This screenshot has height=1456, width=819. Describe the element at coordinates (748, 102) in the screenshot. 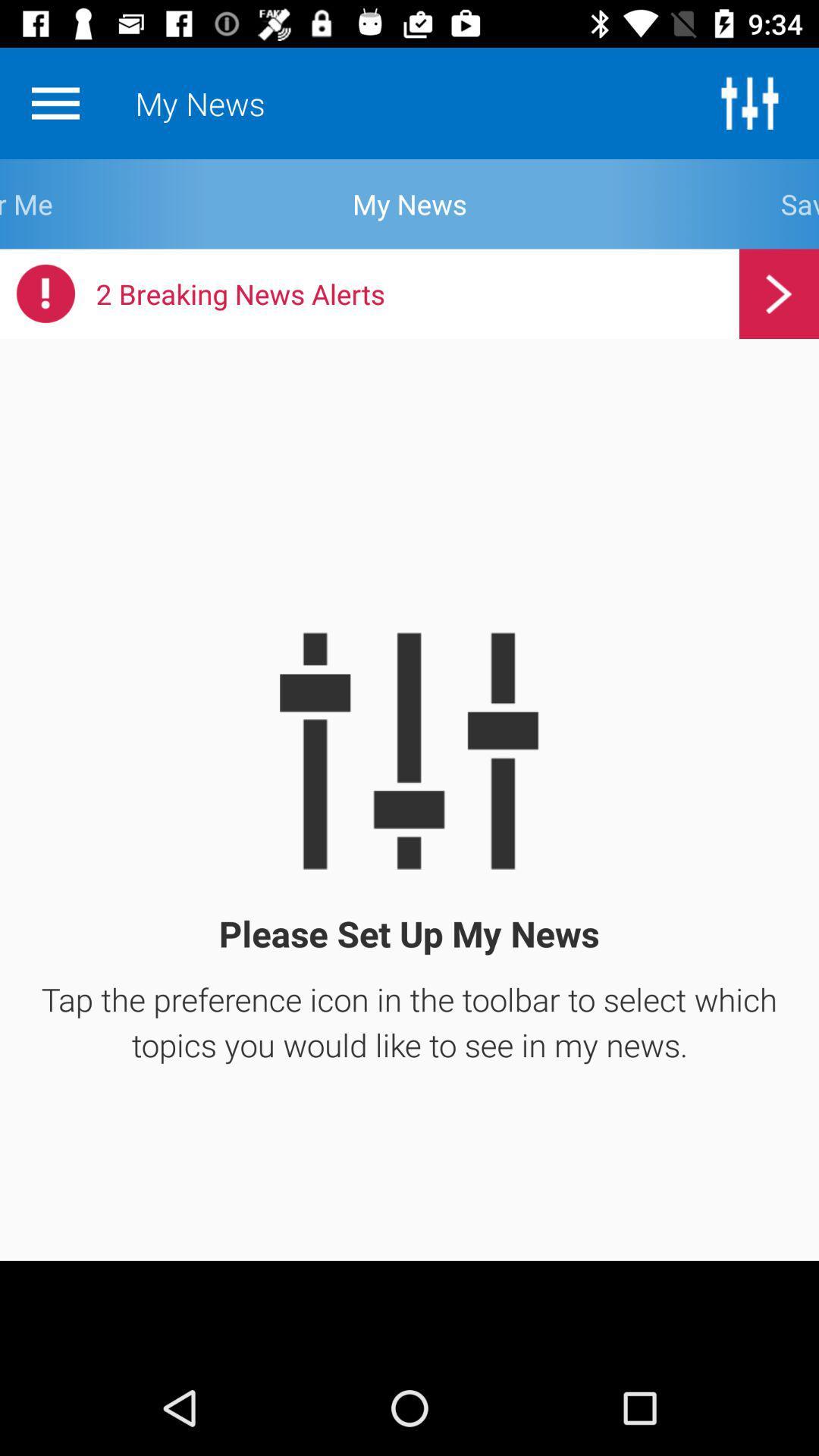

I see `the sliders icon` at that location.